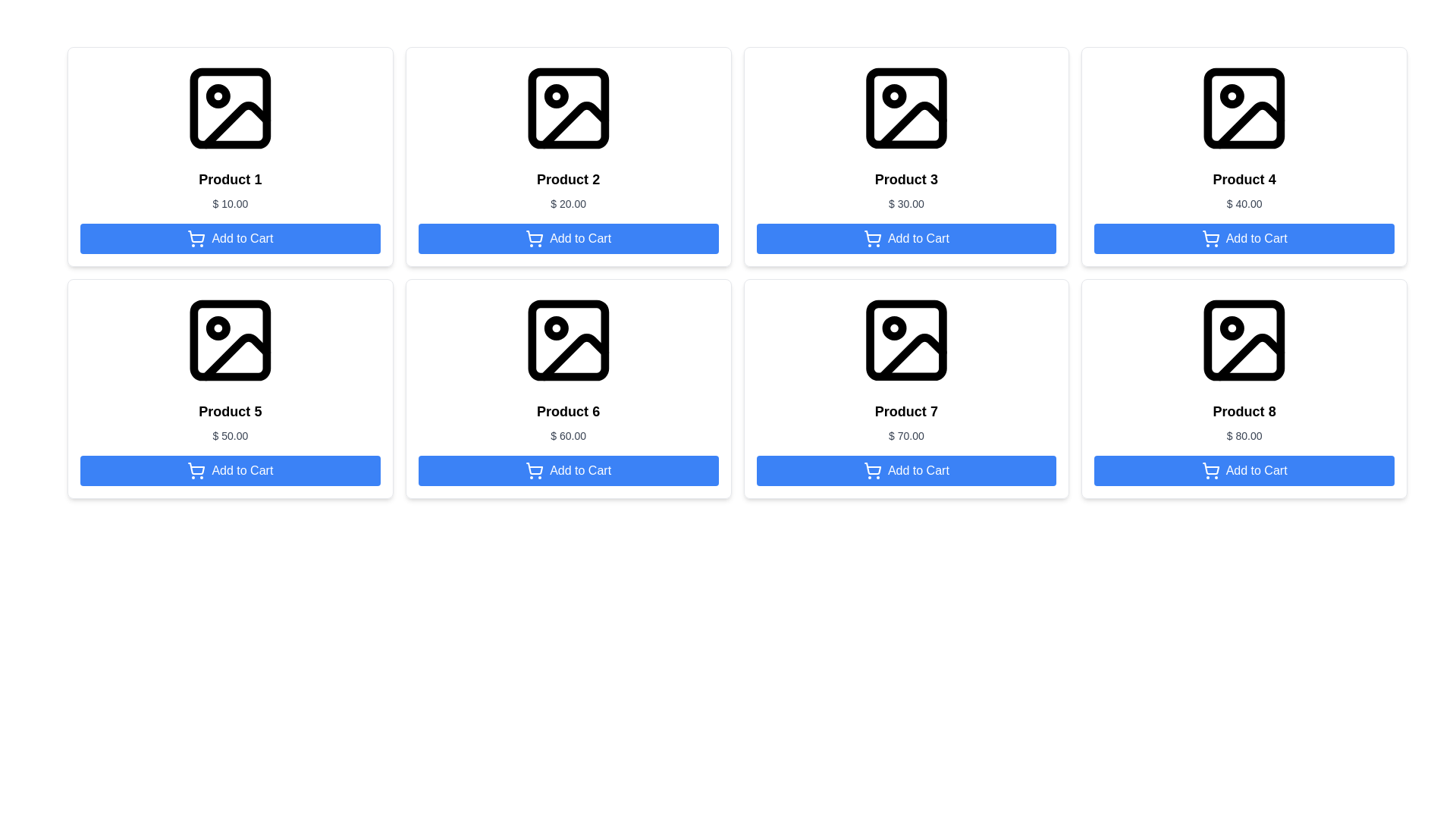 This screenshot has width=1456, height=819. I want to click on the outlined shopping cart icon located to the left of the 'Add to Cart' button under 'Product 5' on the interface grid, so click(196, 470).